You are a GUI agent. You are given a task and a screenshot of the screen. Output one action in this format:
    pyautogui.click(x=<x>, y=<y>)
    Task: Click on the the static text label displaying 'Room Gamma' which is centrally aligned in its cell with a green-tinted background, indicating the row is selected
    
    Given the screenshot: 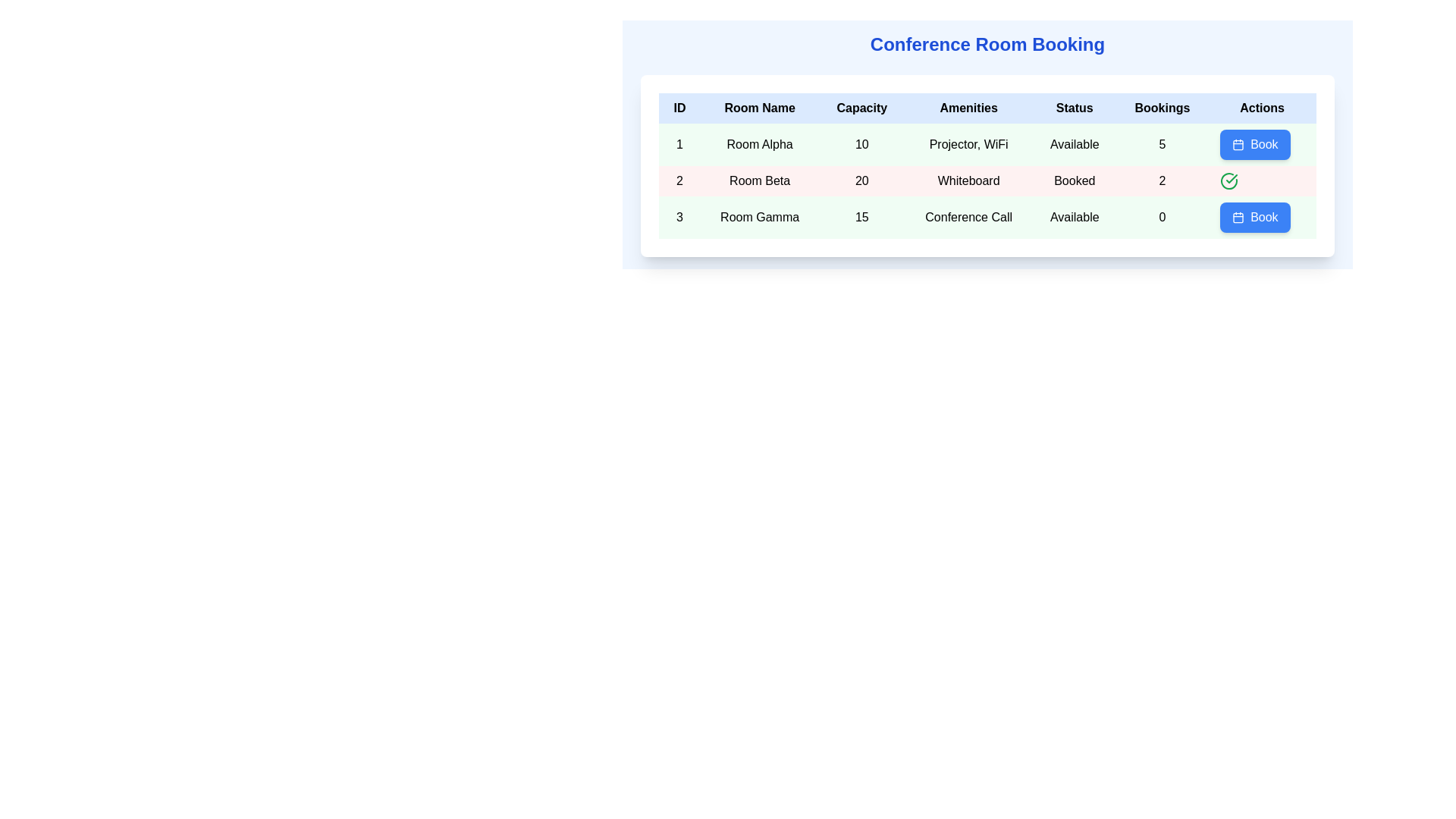 What is the action you would take?
    pyautogui.click(x=760, y=217)
    